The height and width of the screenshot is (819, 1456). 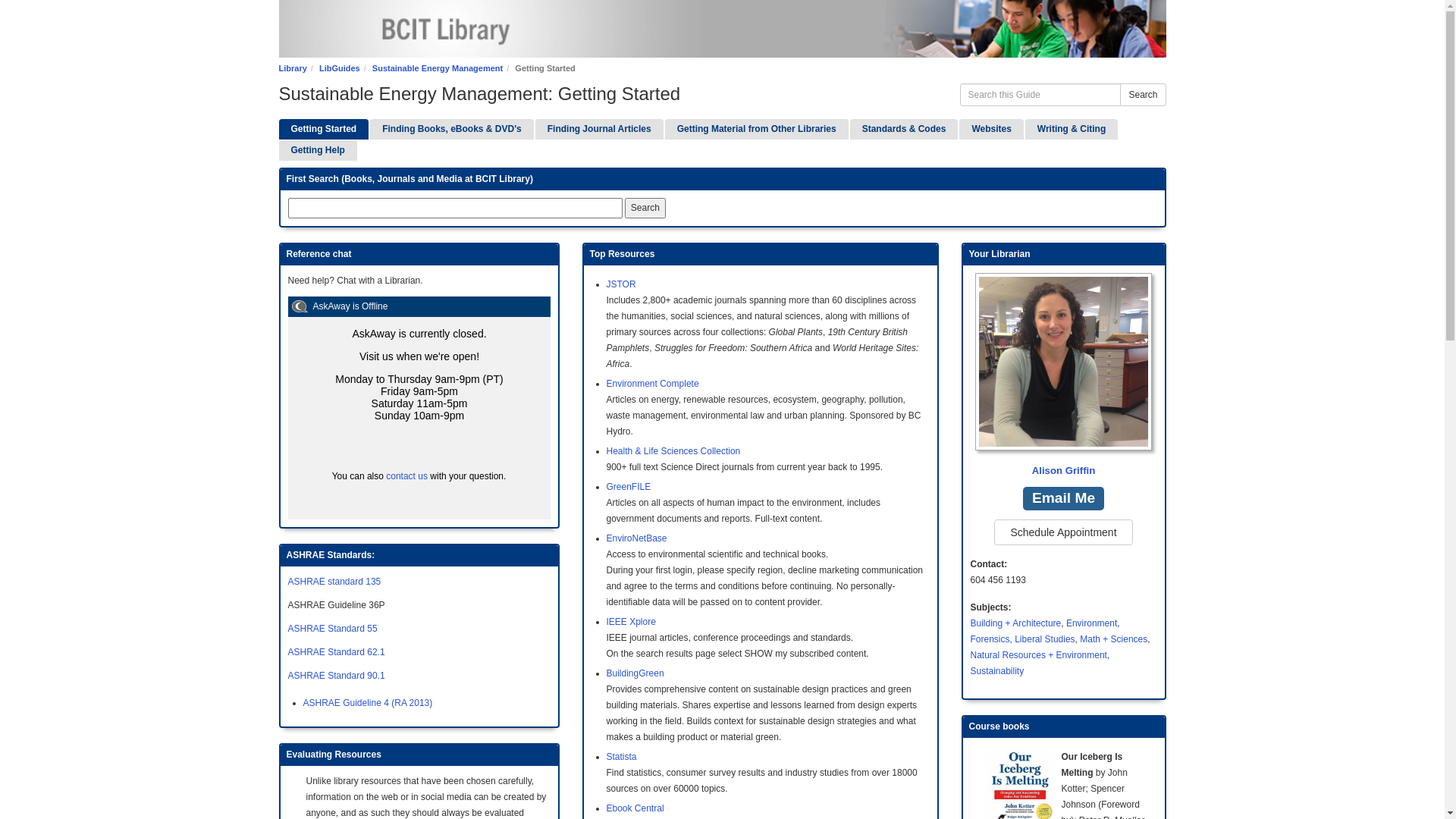 What do you see at coordinates (406, 475) in the screenshot?
I see `'contact us'` at bounding box center [406, 475].